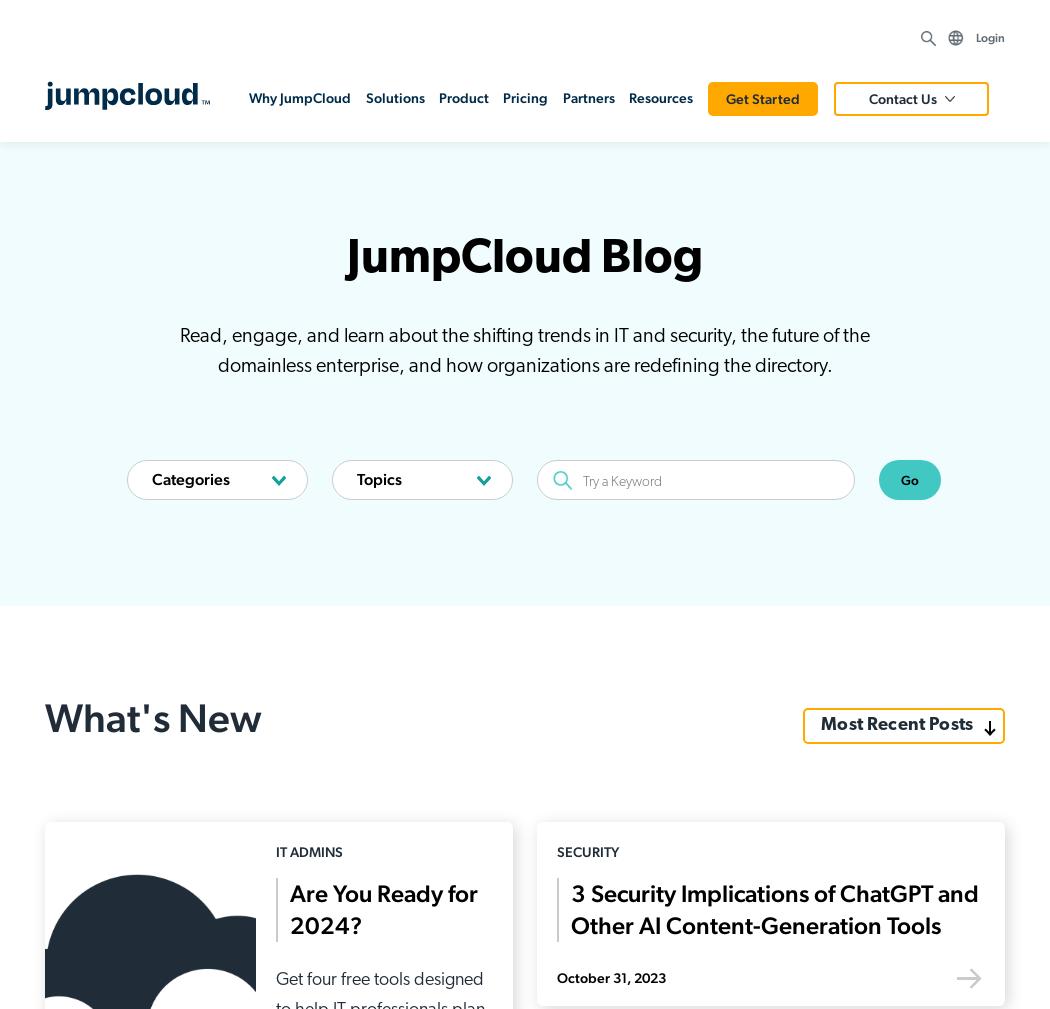 The width and height of the screenshot is (1050, 1009). I want to click on 'JumpCloud Knowledge Base', so click(842, 802).